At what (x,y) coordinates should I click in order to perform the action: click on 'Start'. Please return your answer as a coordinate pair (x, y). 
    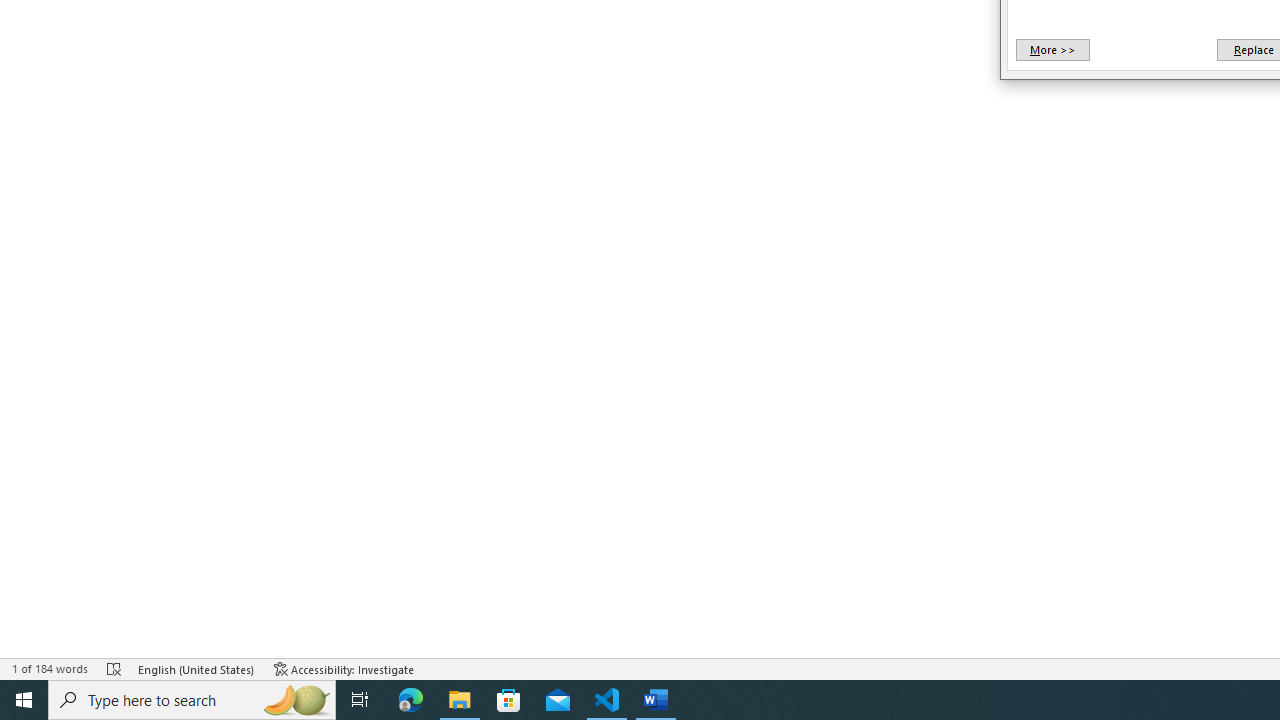
    Looking at the image, I should click on (24, 698).